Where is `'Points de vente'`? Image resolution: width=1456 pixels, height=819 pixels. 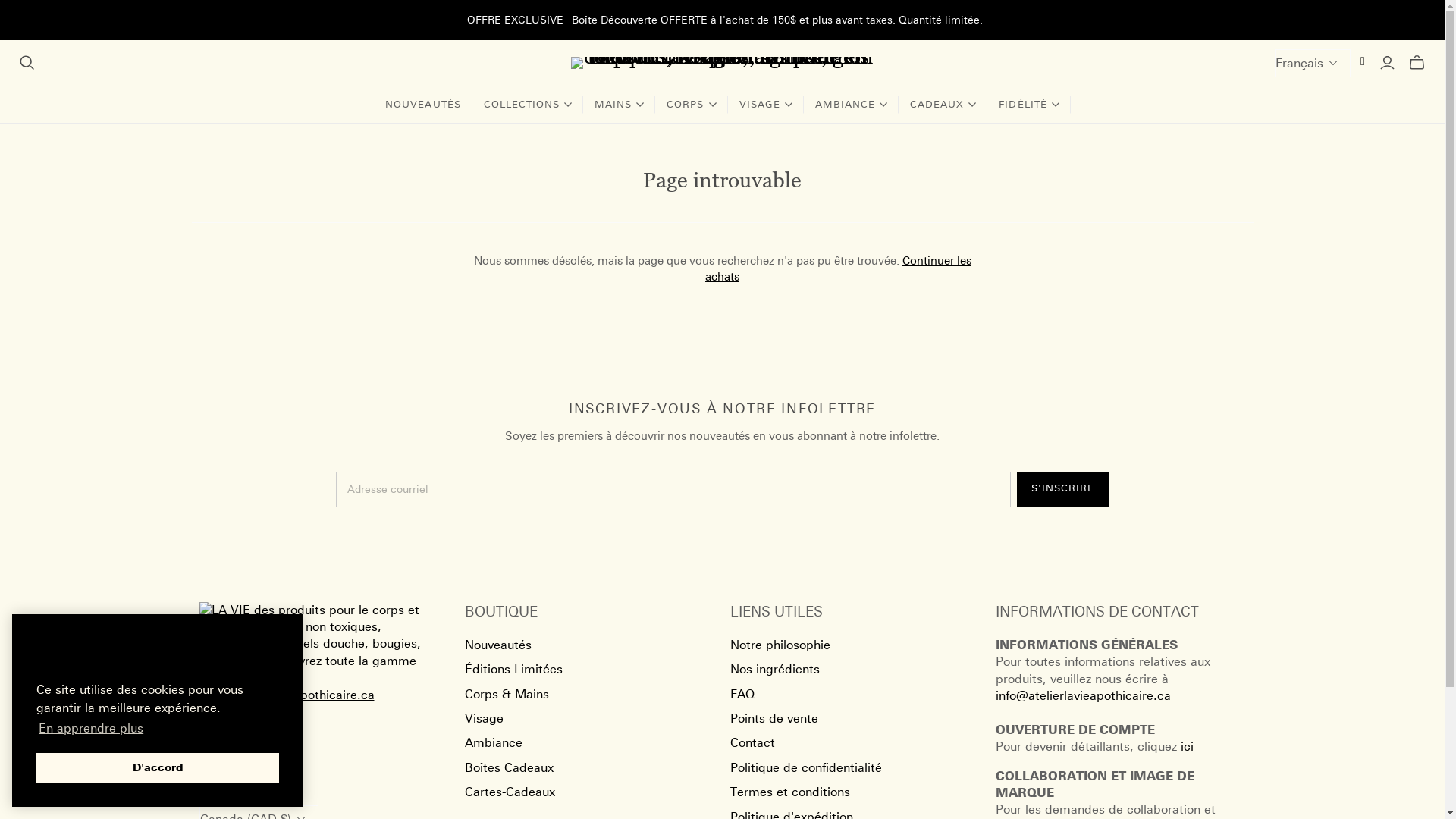
'Points de vente' is located at coordinates (773, 717).